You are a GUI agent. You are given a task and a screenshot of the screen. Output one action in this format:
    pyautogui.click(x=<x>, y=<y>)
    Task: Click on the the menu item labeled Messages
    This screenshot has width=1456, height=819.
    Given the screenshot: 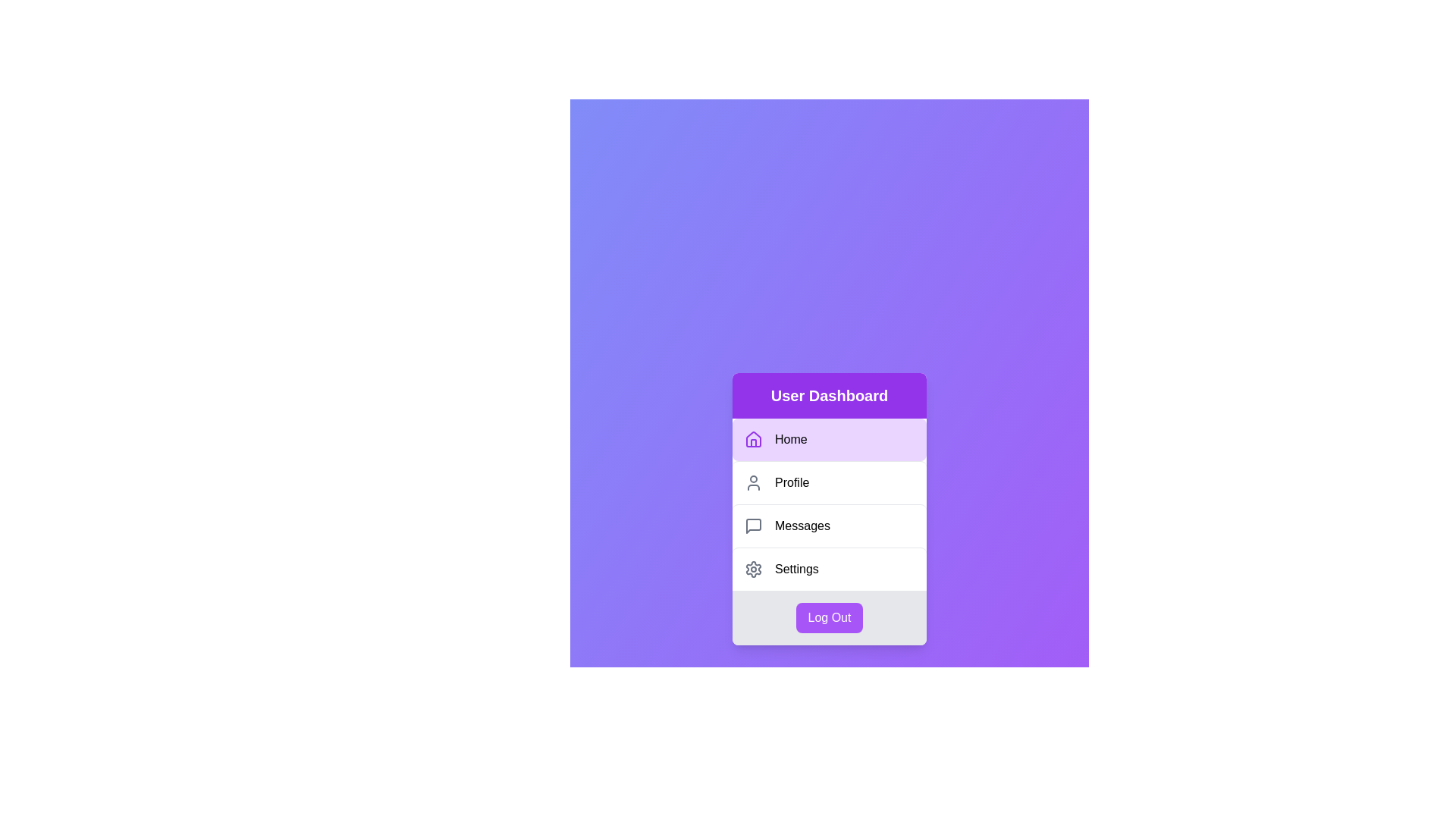 What is the action you would take?
    pyautogui.click(x=829, y=525)
    